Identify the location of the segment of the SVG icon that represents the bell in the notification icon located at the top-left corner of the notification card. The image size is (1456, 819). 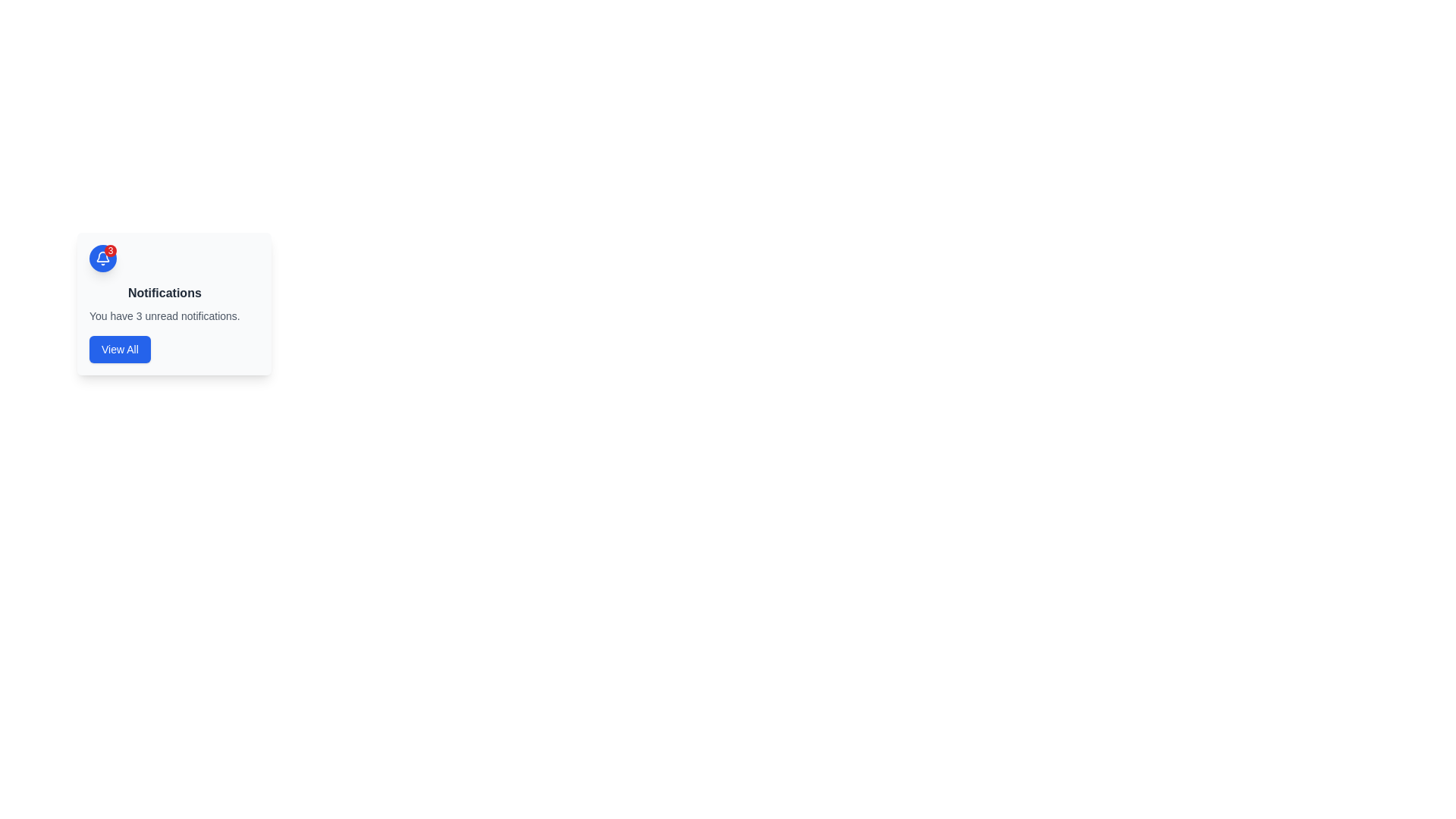
(102, 256).